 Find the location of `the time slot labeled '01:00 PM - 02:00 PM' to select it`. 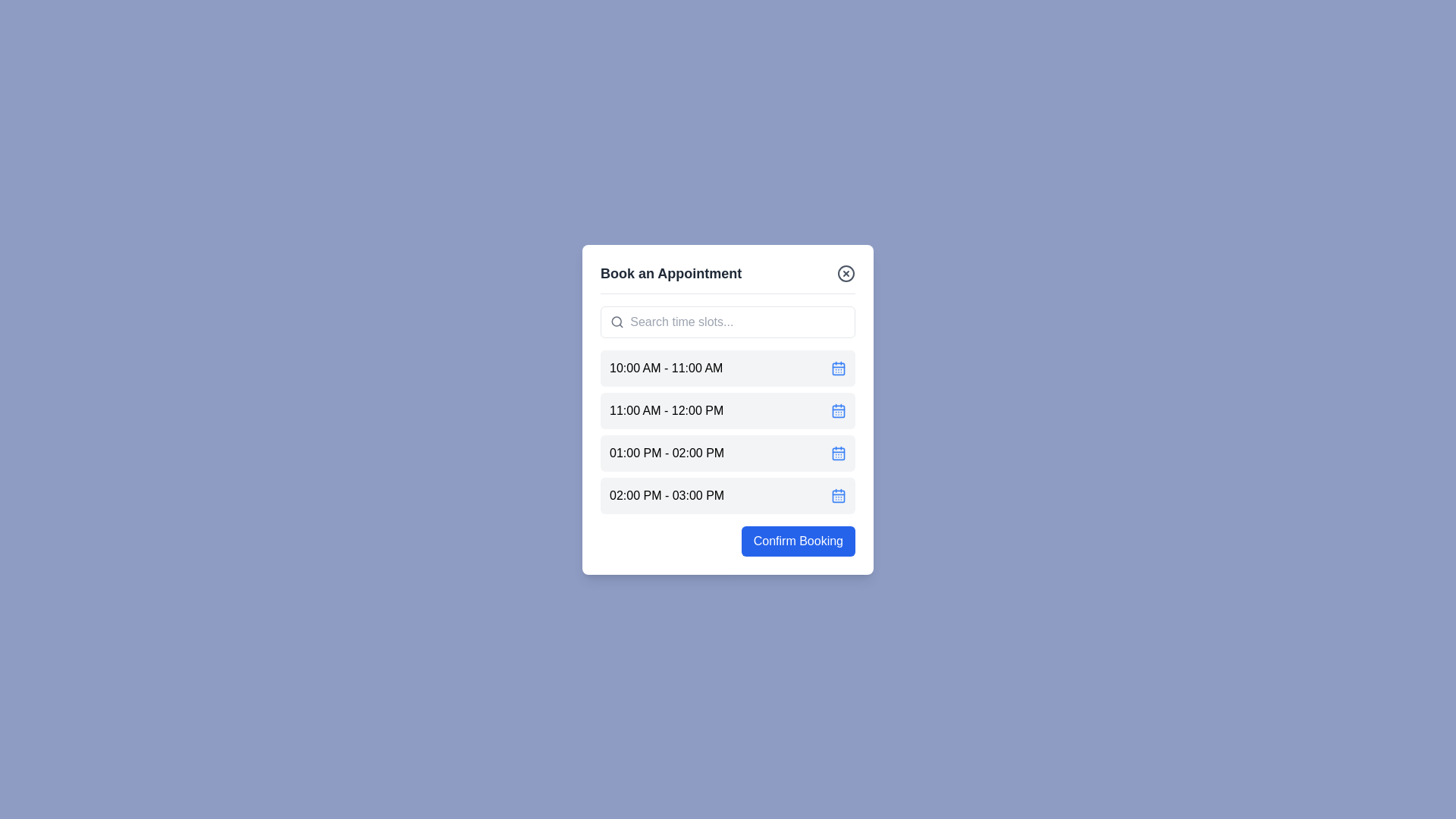

the time slot labeled '01:00 PM - 02:00 PM' to select it is located at coordinates (728, 452).